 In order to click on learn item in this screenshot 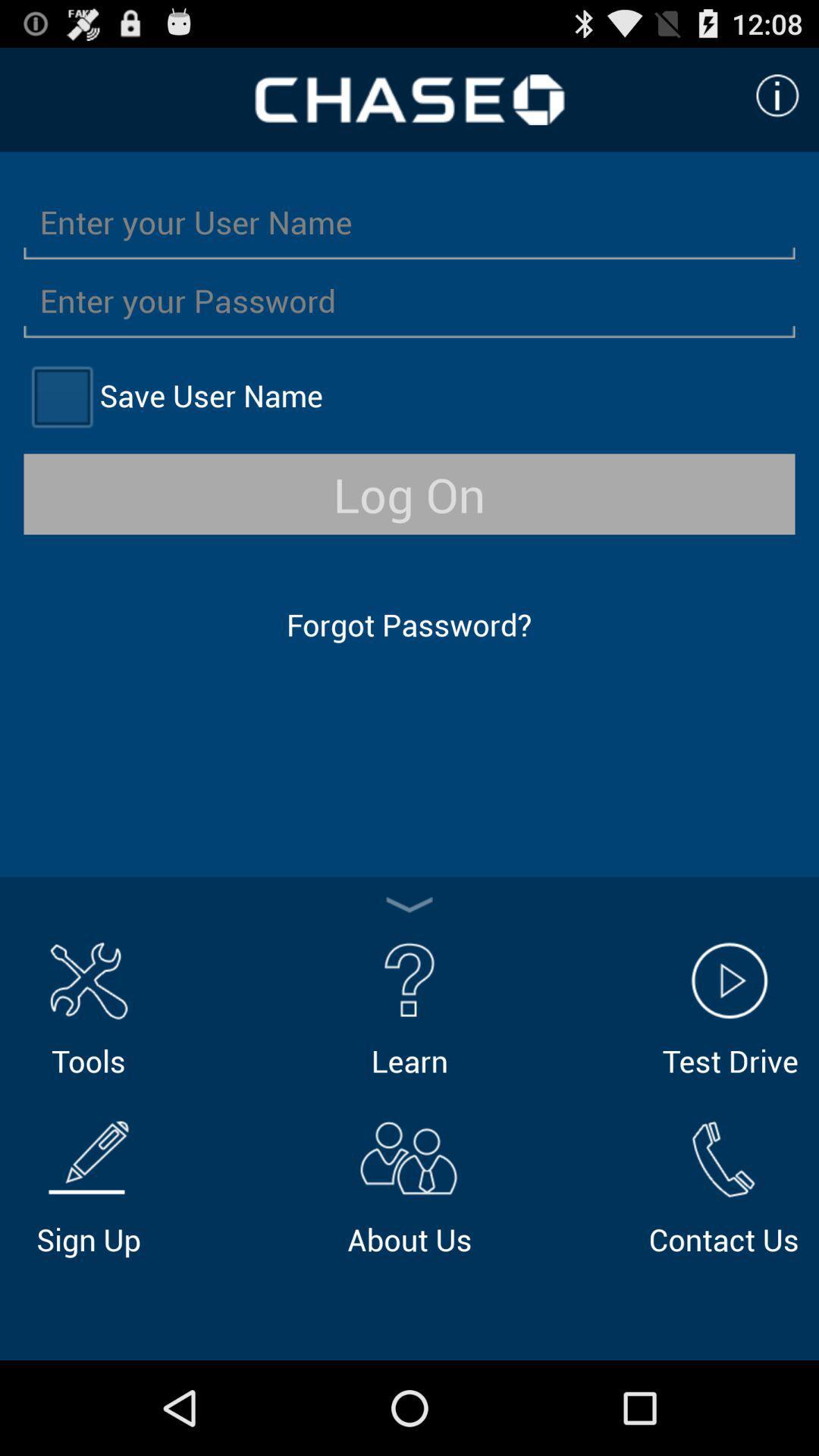, I will do `click(409, 1006)`.